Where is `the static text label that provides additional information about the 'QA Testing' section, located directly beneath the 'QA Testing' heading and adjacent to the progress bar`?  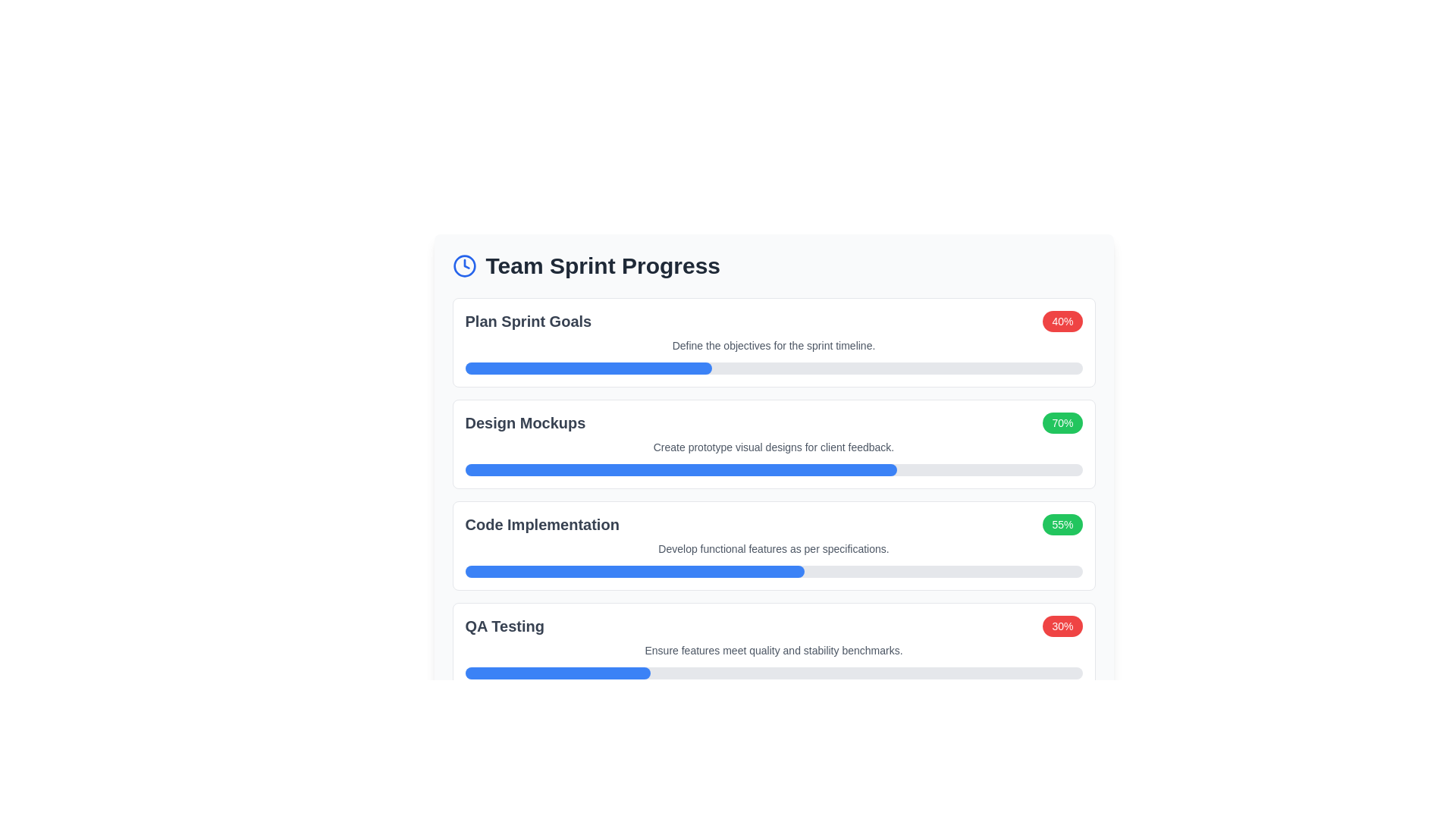 the static text label that provides additional information about the 'QA Testing' section, located directly beneath the 'QA Testing' heading and adjacent to the progress bar is located at coordinates (773, 649).